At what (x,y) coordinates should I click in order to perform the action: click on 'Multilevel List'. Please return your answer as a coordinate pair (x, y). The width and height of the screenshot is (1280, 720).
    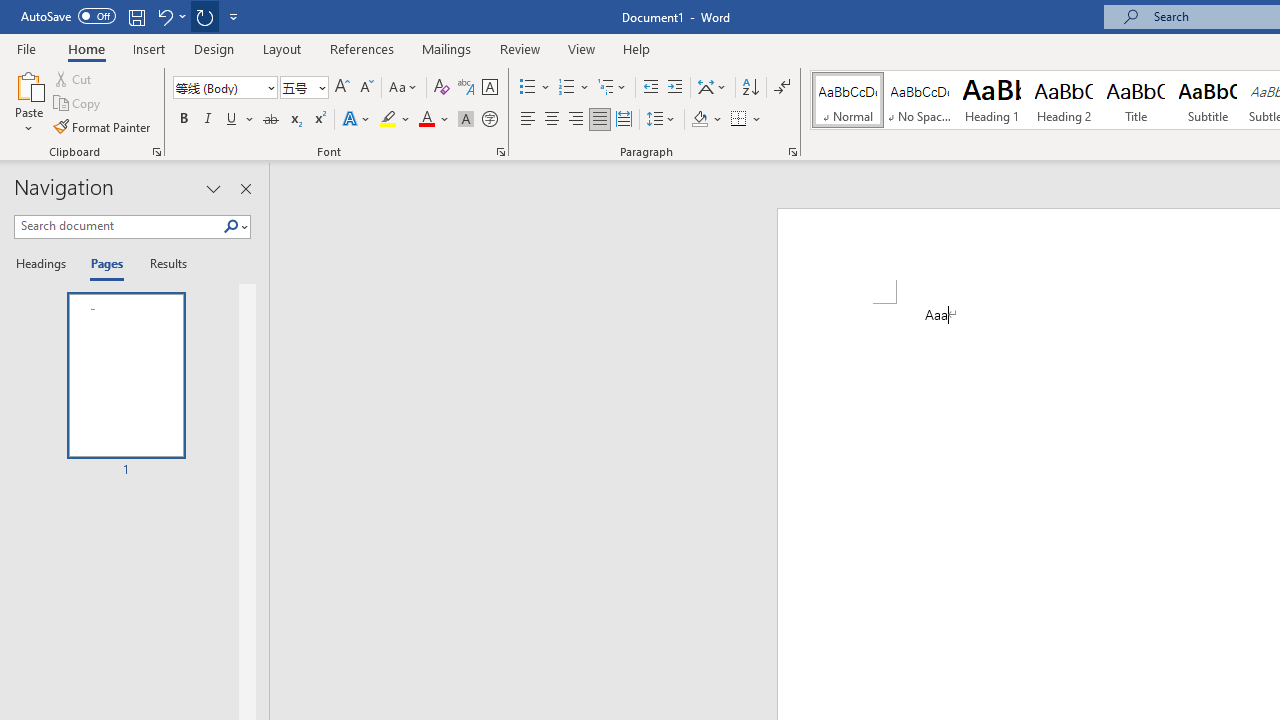
    Looking at the image, I should click on (612, 86).